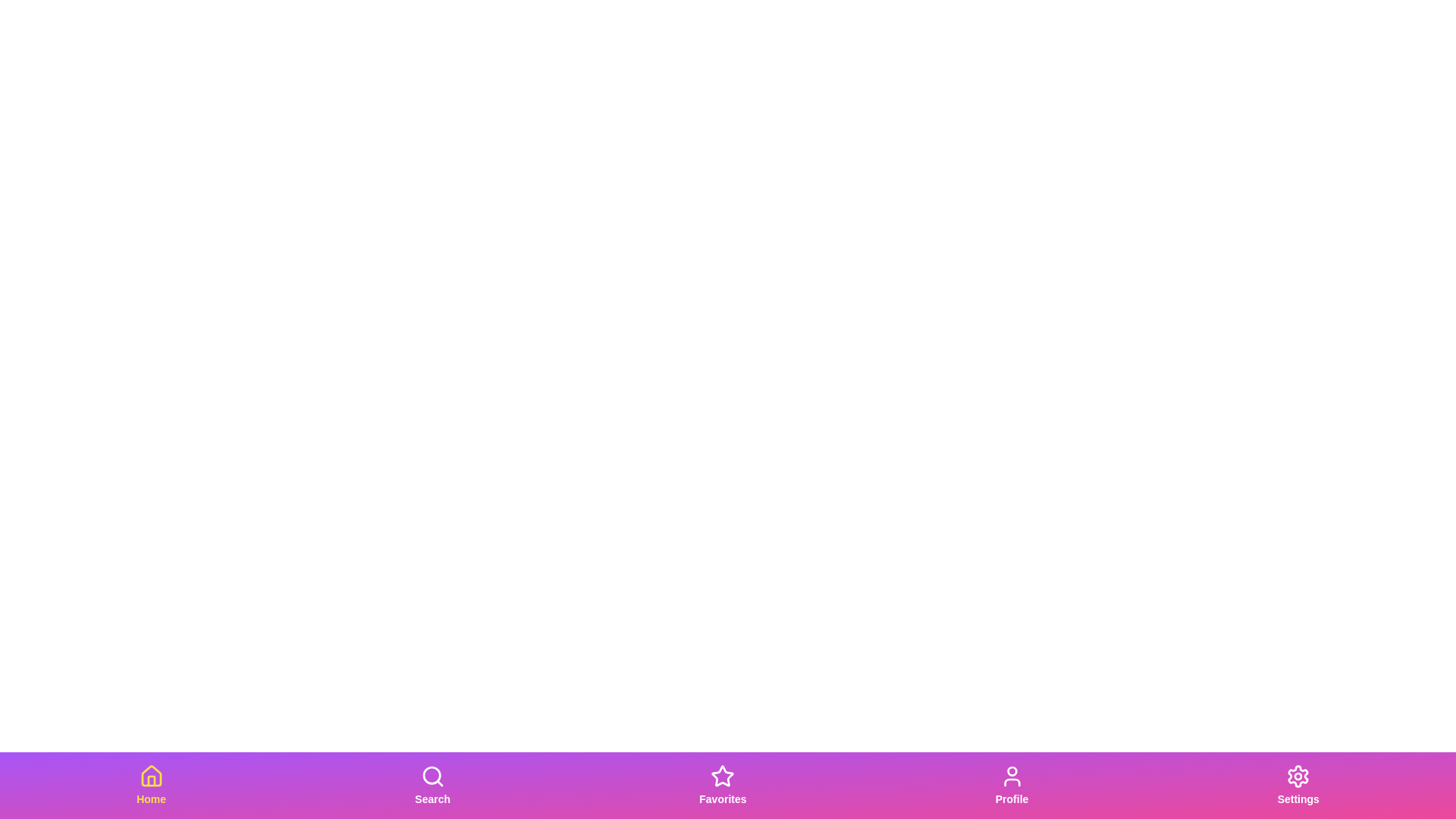 The height and width of the screenshot is (819, 1456). What do you see at coordinates (1012, 785) in the screenshot?
I see `the Profile tab in the bottom navigation bar` at bounding box center [1012, 785].